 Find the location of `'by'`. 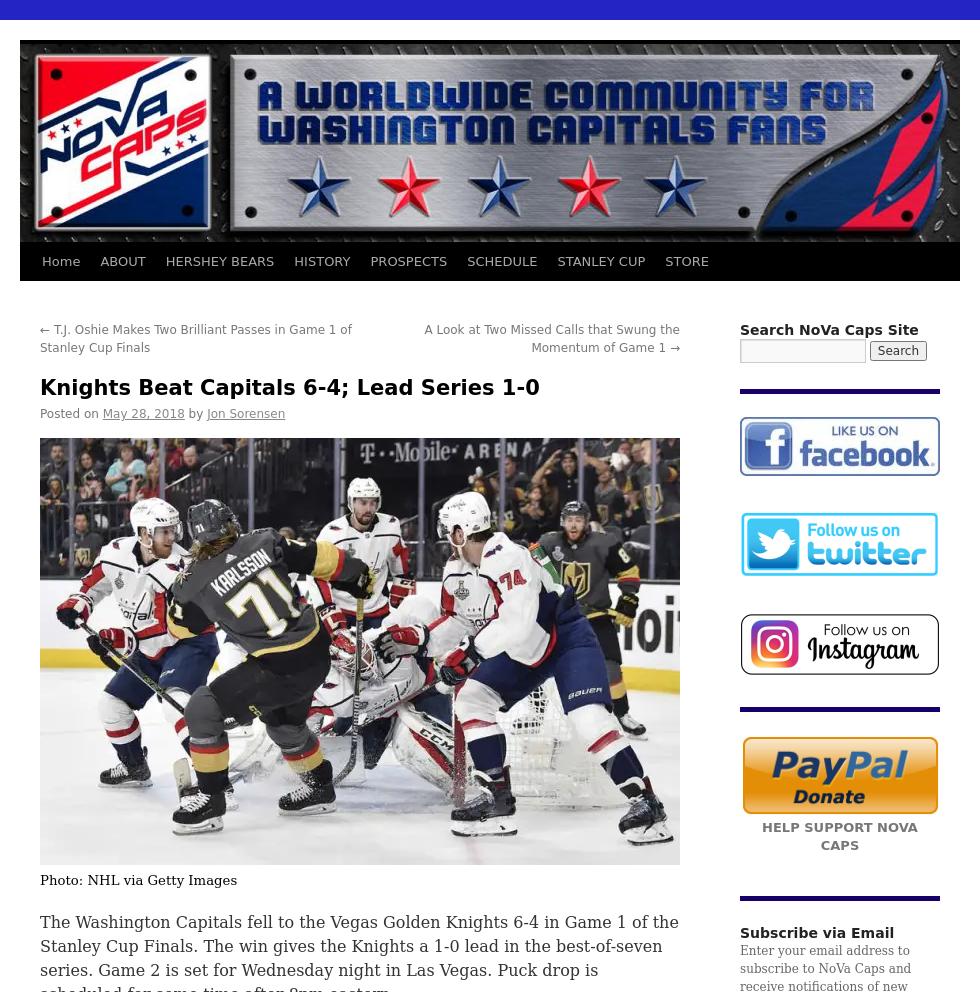

'by' is located at coordinates (195, 413).